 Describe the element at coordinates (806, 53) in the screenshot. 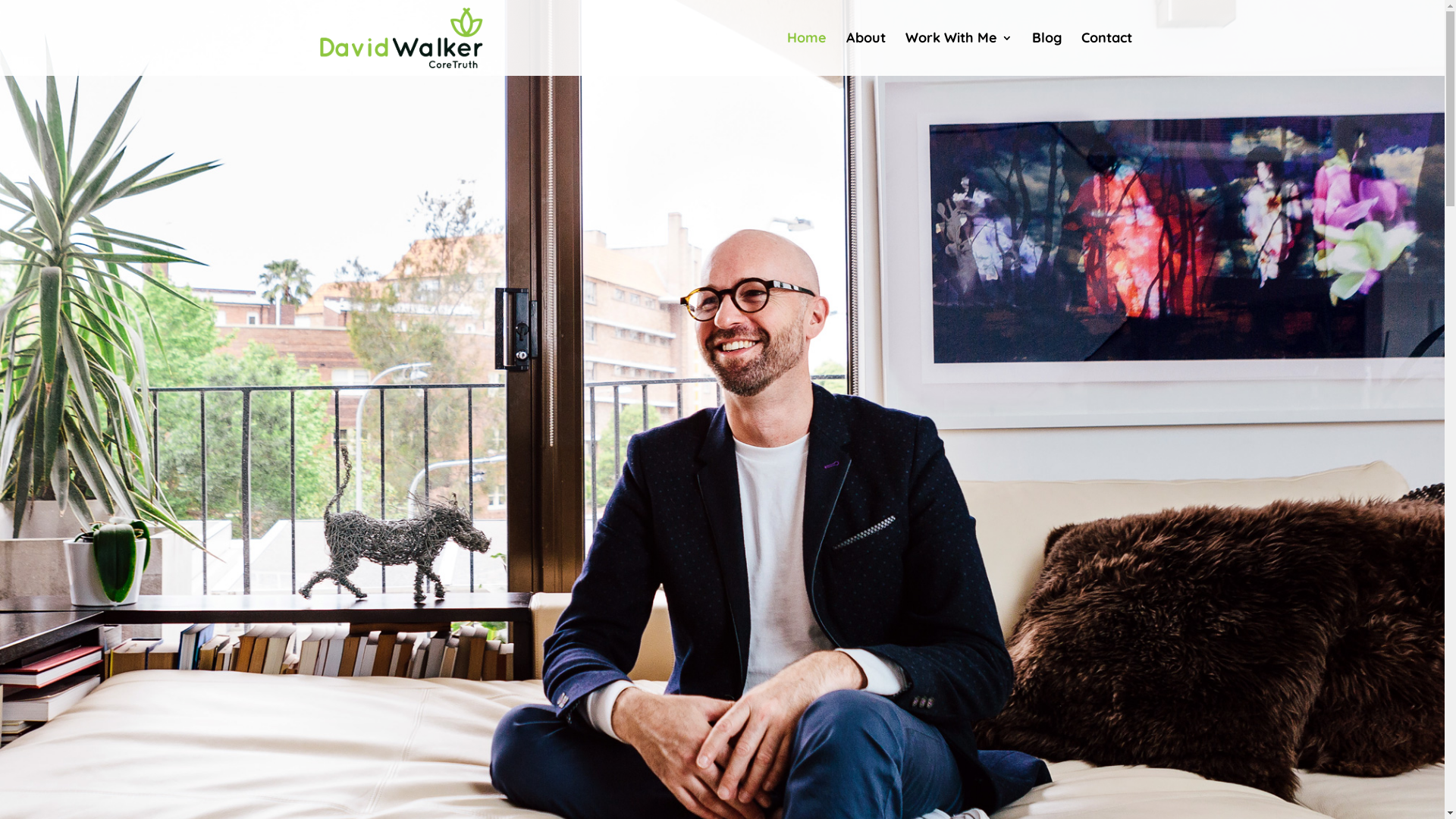

I see `'Home'` at that location.